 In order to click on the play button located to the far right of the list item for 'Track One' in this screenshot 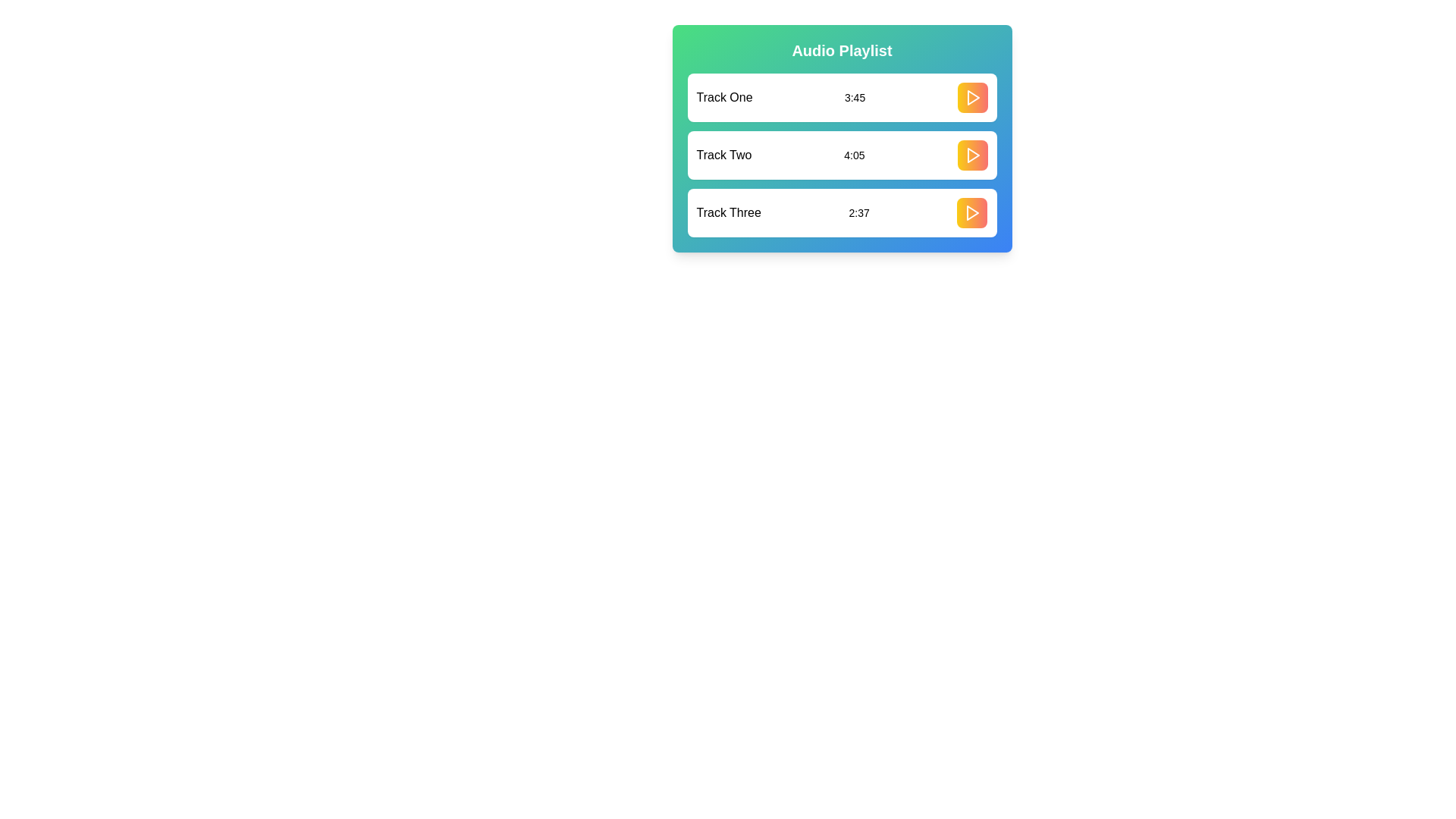, I will do `click(972, 97)`.